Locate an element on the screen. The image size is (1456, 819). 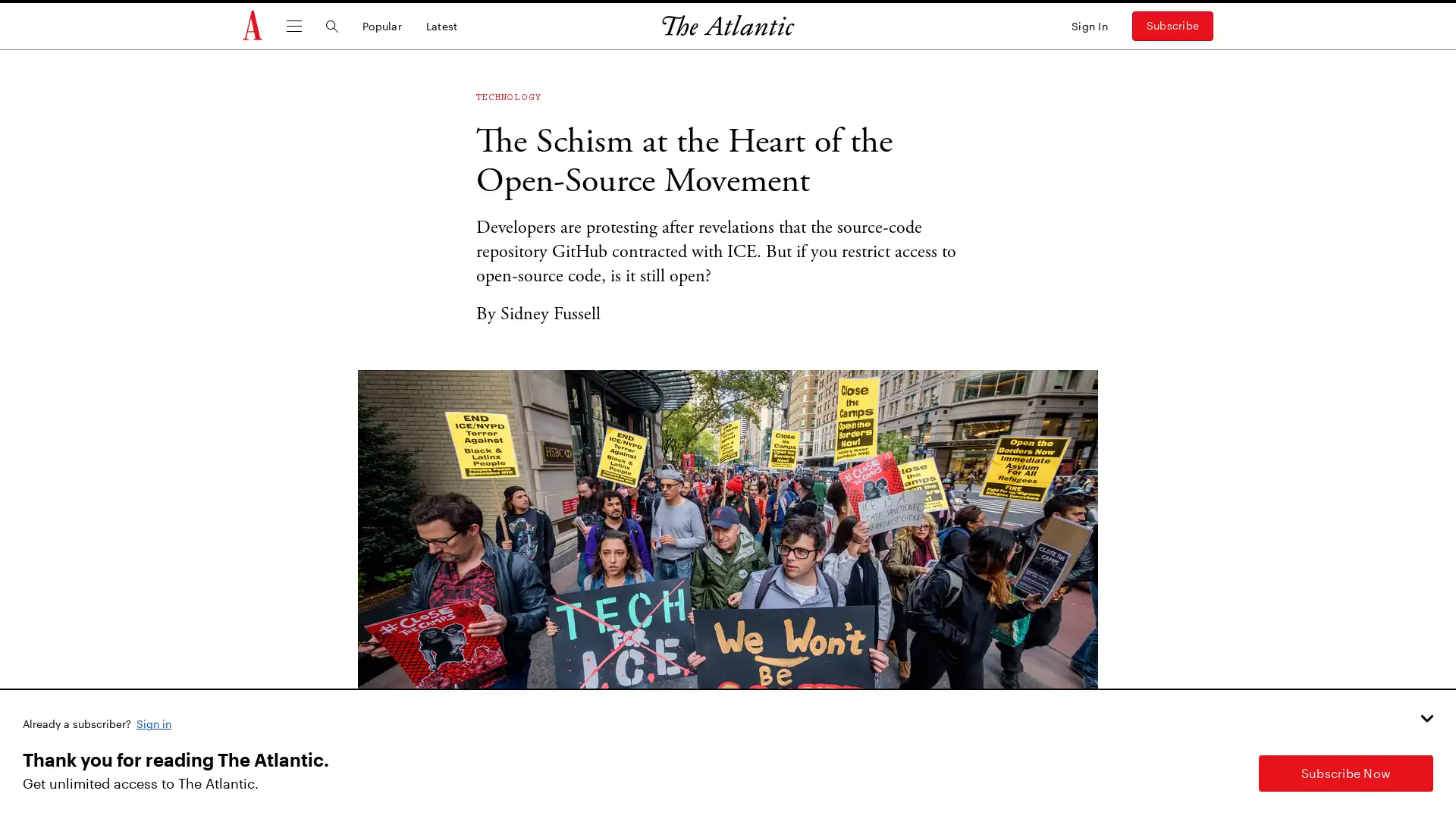
Hide subscription information is located at coordinates (1426, 717).